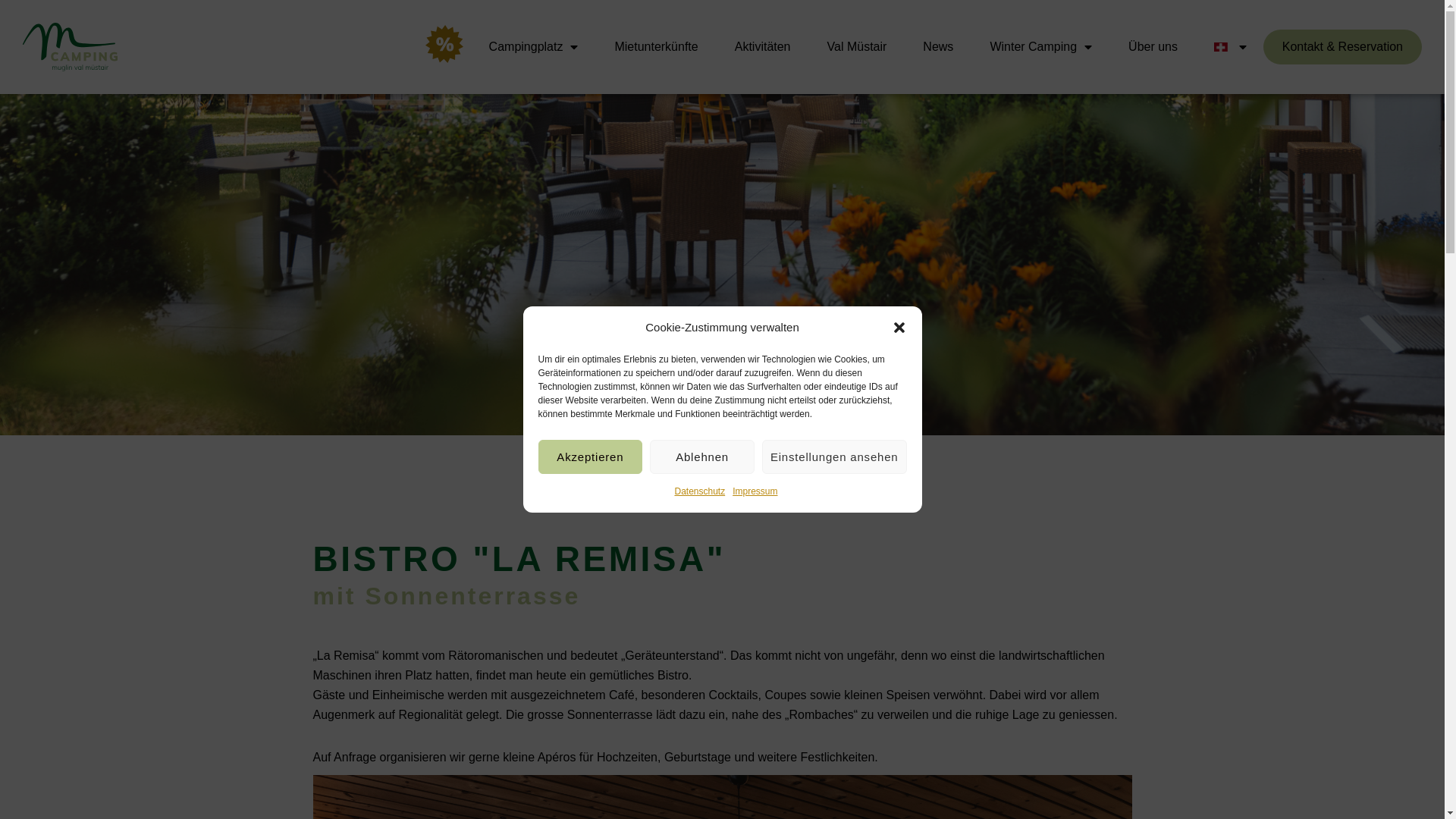 This screenshot has width=1456, height=819. Describe the element at coordinates (650, 456) in the screenshot. I see `'Ablehnen'` at that location.